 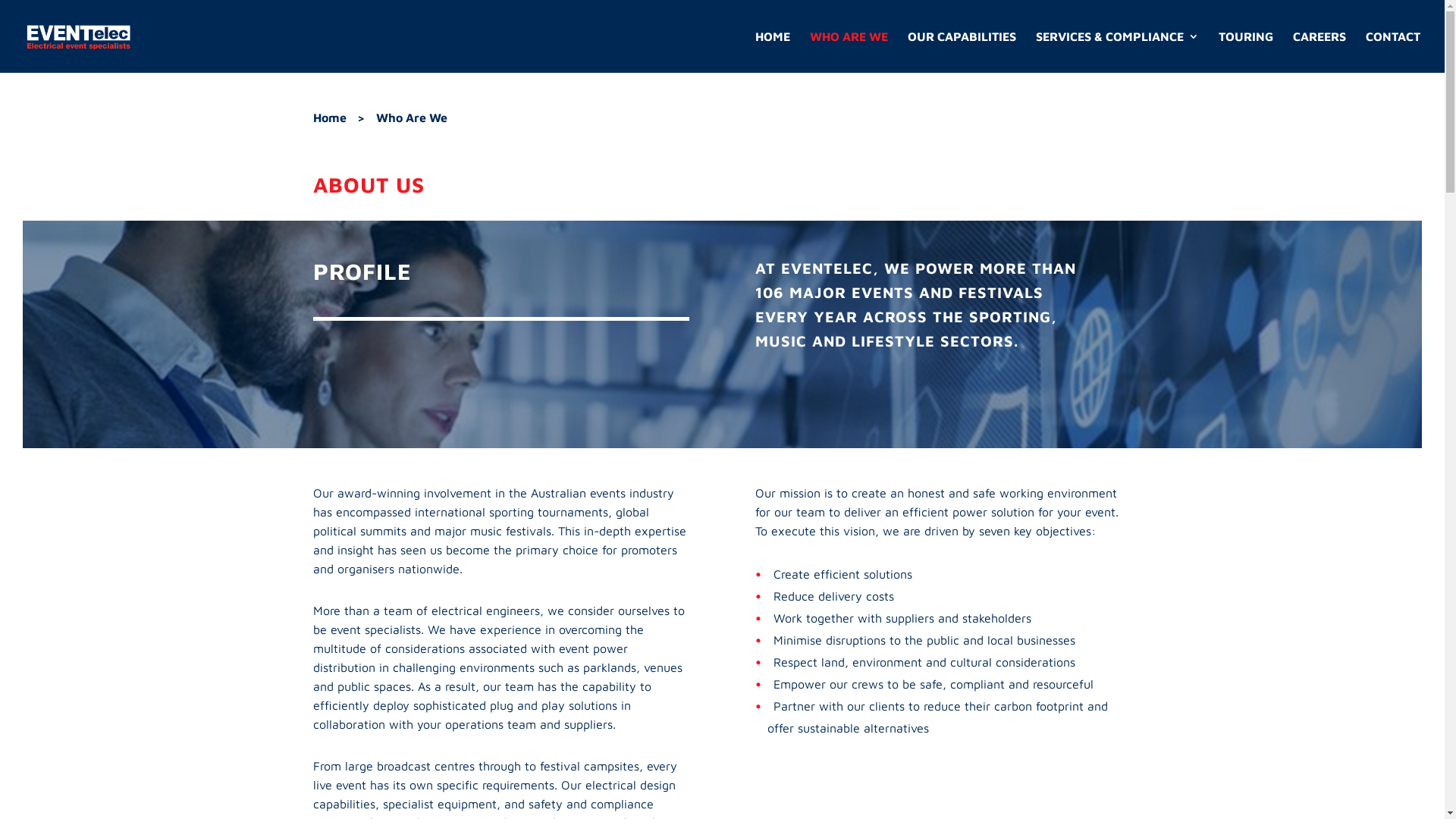 What do you see at coordinates (1393, 51) in the screenshot?
I see `'CONTACT'` at bounding box center [1393, 51].